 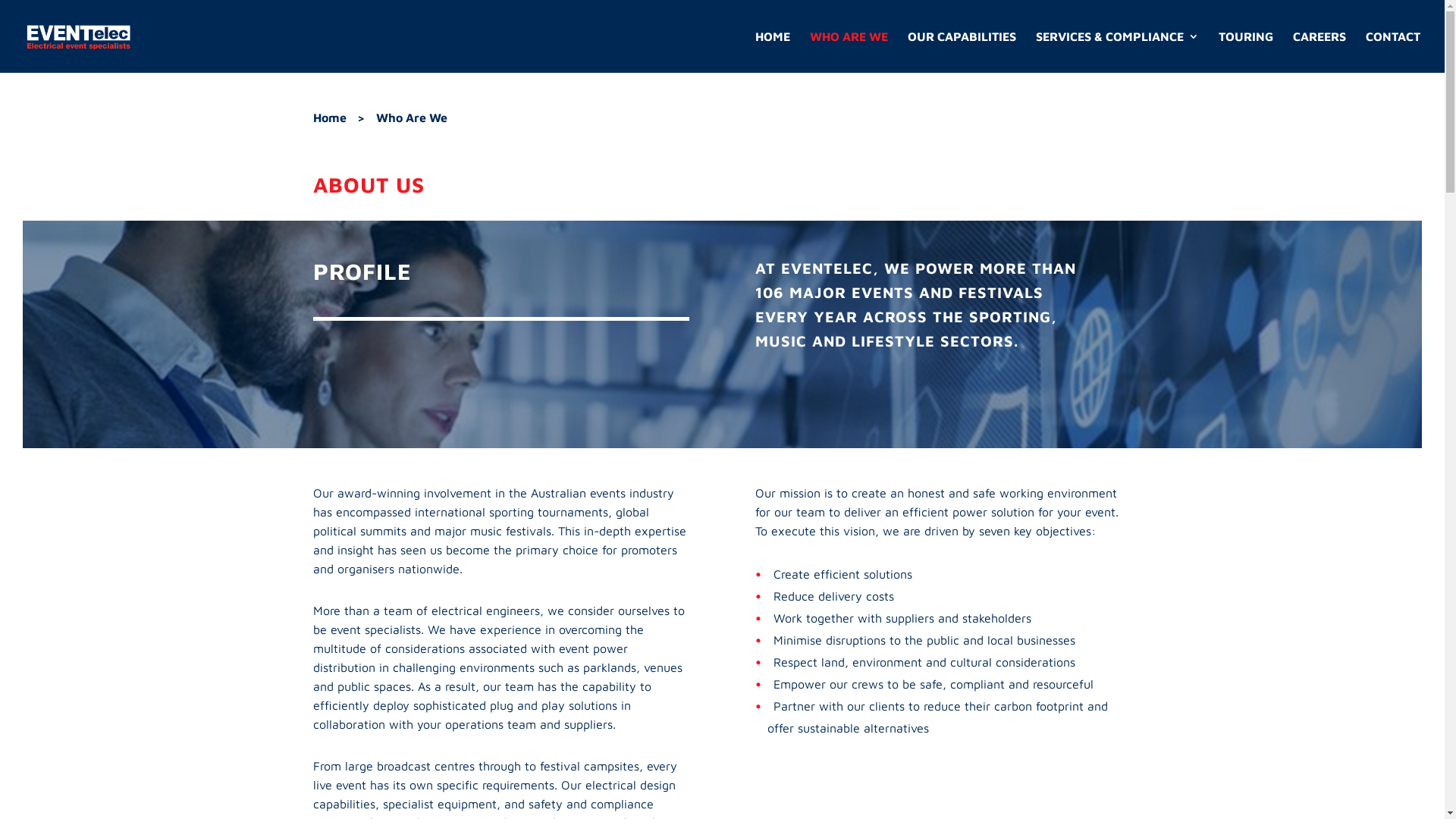 What do you see at coordinates (1393, 51) in the screenshot?
I see `'CONTACT'` at bounding box center [1393, 51].